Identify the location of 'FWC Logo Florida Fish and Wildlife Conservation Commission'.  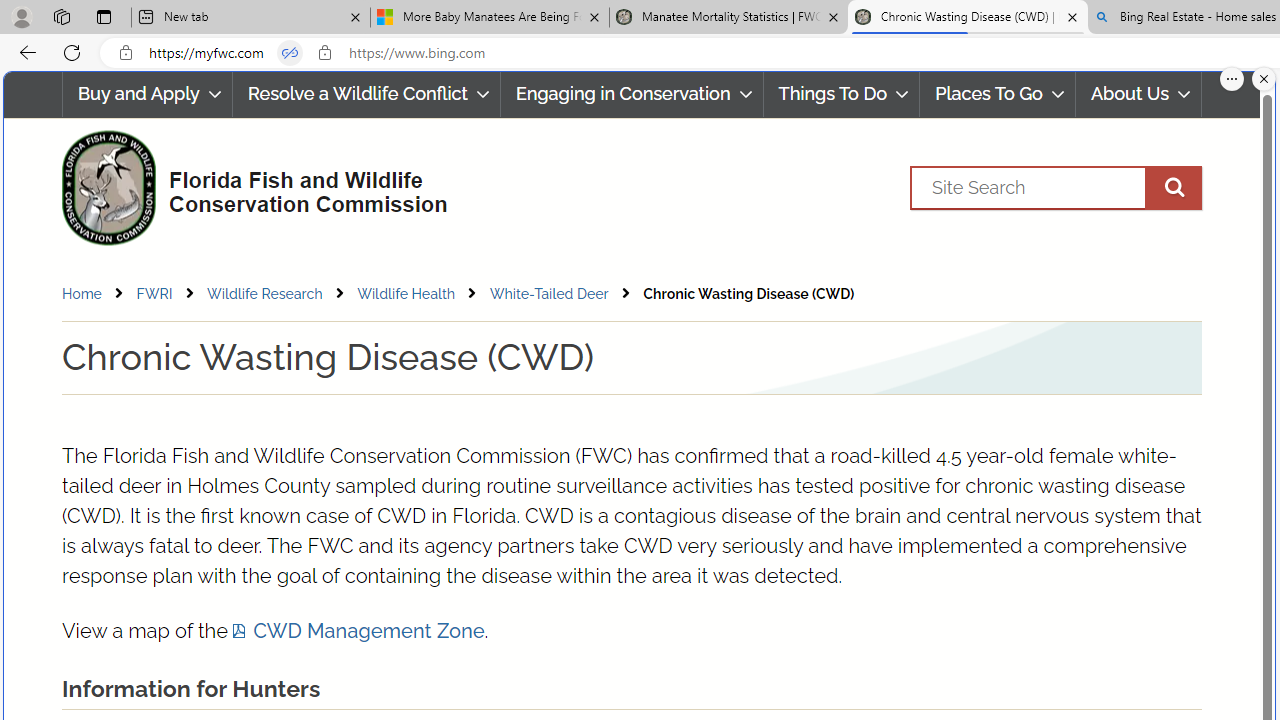
(245, 185).